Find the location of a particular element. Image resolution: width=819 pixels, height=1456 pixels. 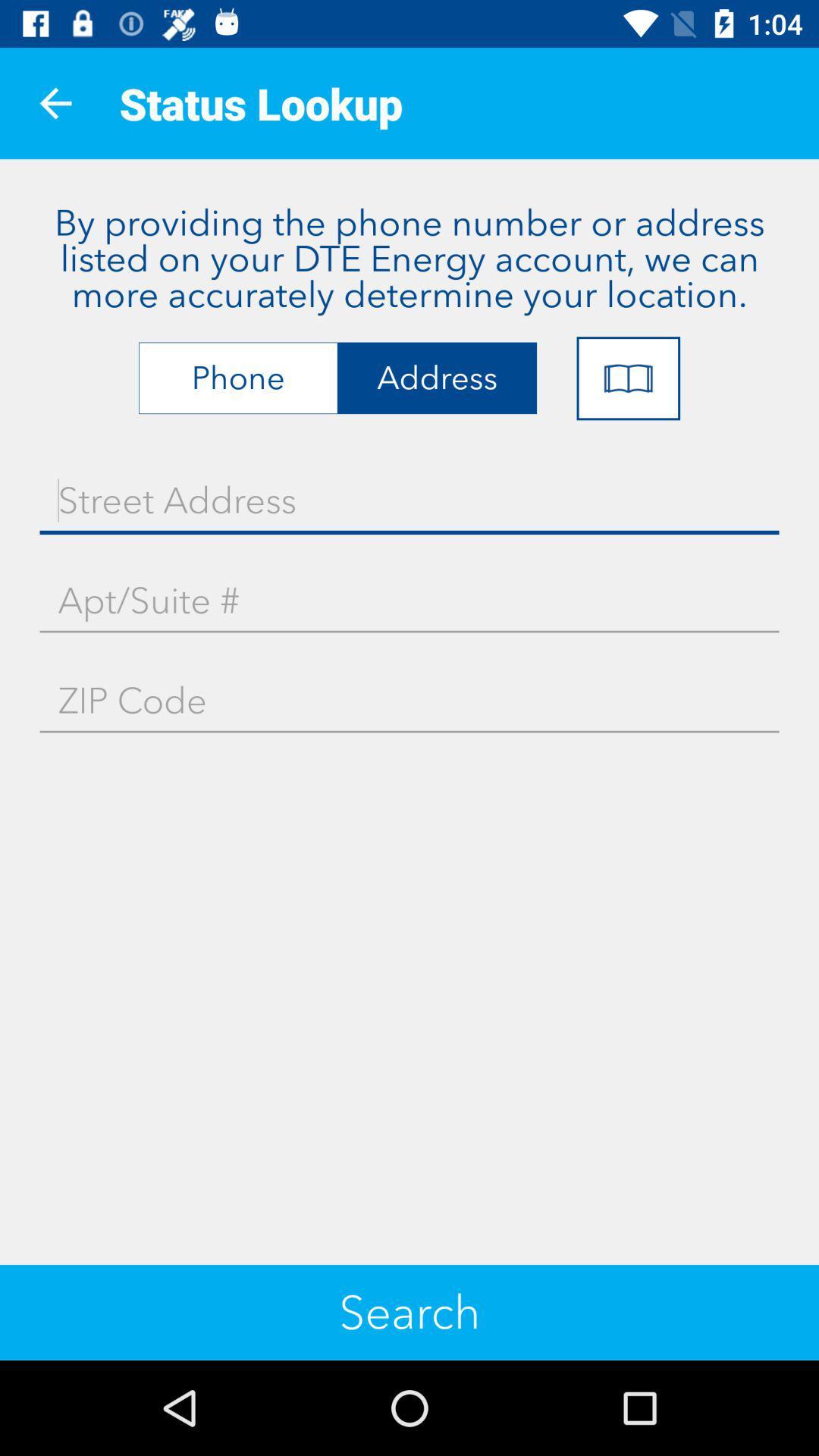

icon next to the address item is located at coordinates (628, 378).